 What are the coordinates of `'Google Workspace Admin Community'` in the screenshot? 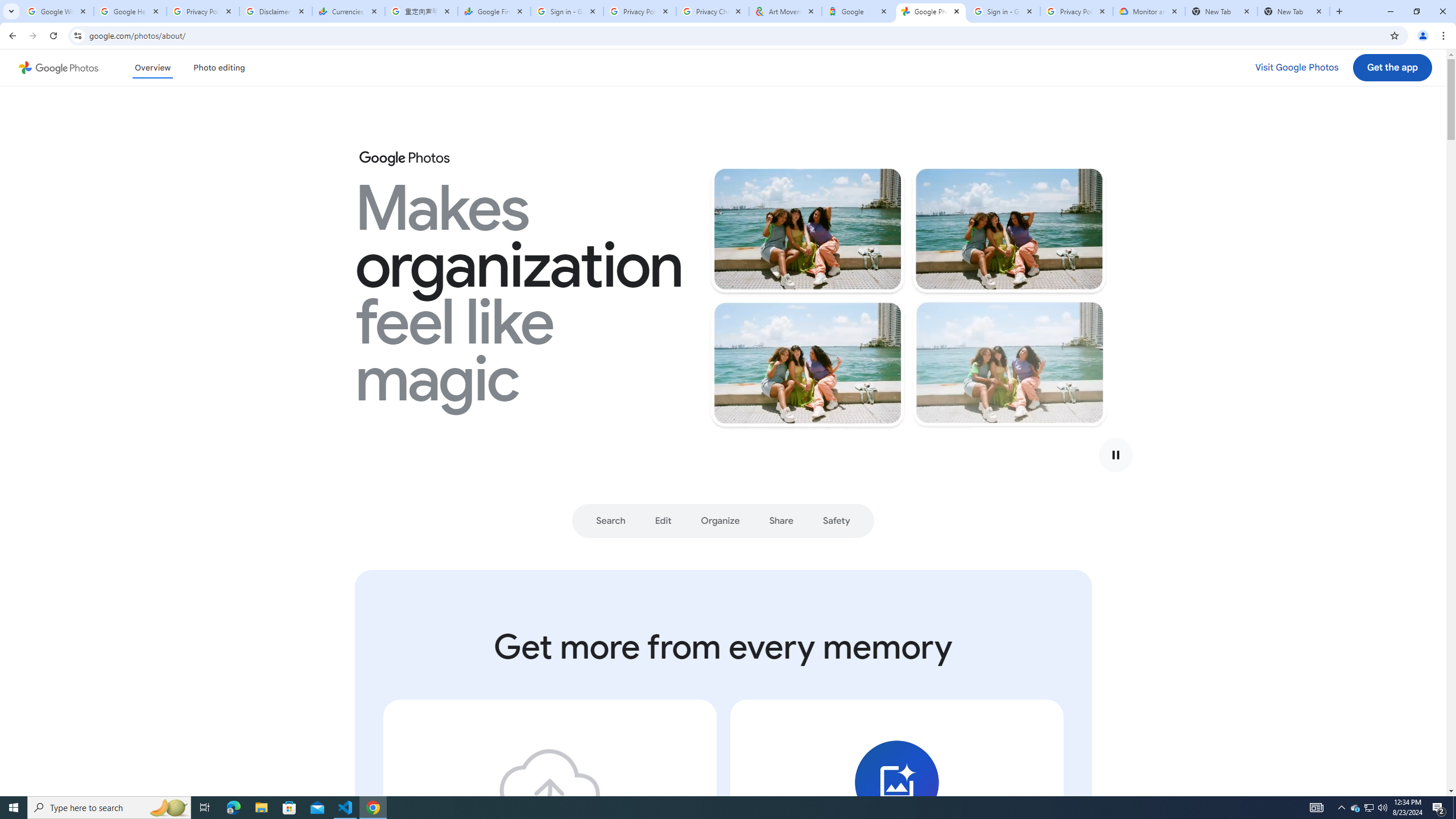 It's located at (57, 11).